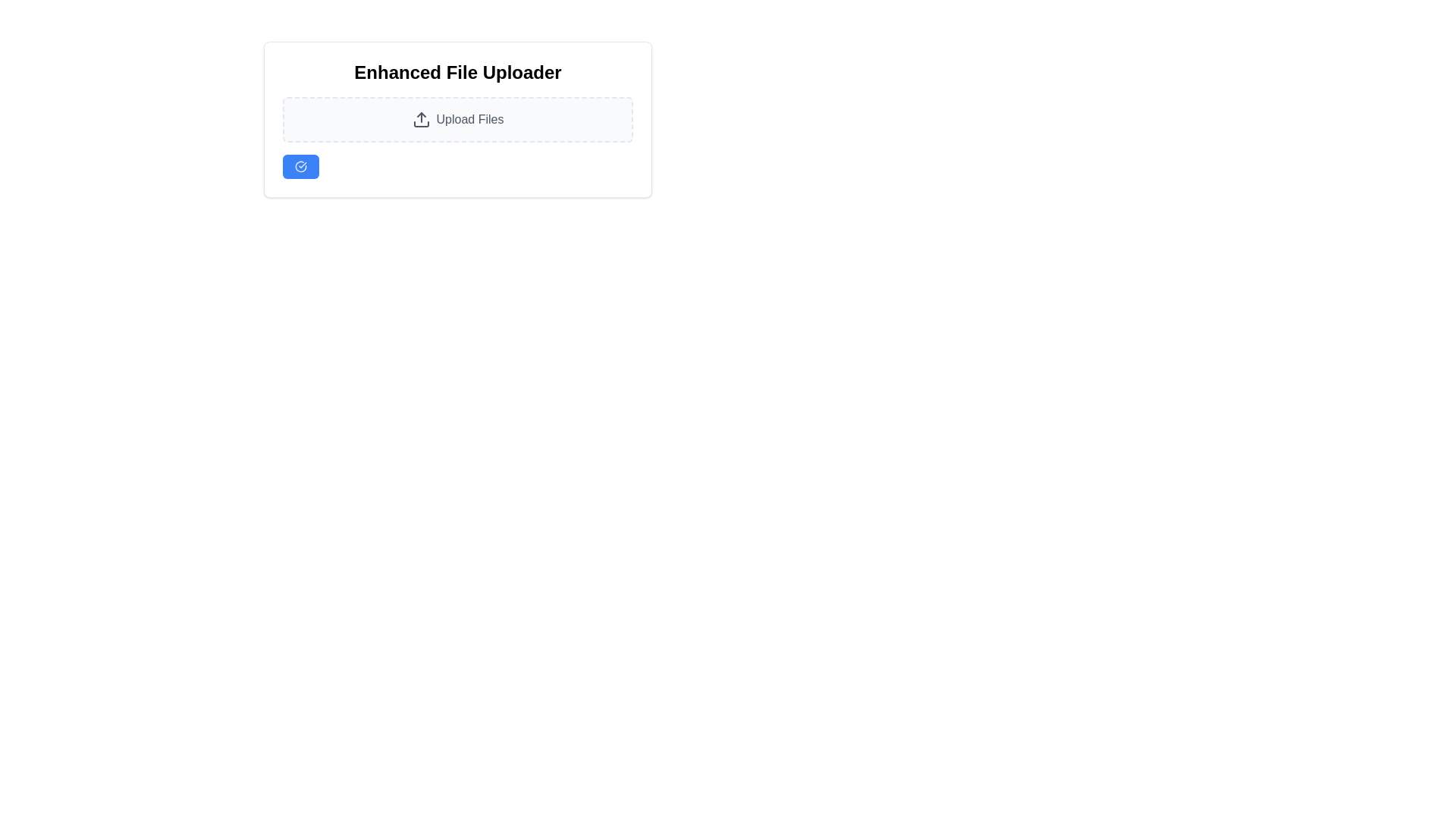 This screenshot has height=819, width=1456. What do you see at coordinates (457, 119) in the screenshot?
I see `the interactive upload area with dashed borders and 'Upload Files' text to observe hover effects` at bounding box center [457, 119].